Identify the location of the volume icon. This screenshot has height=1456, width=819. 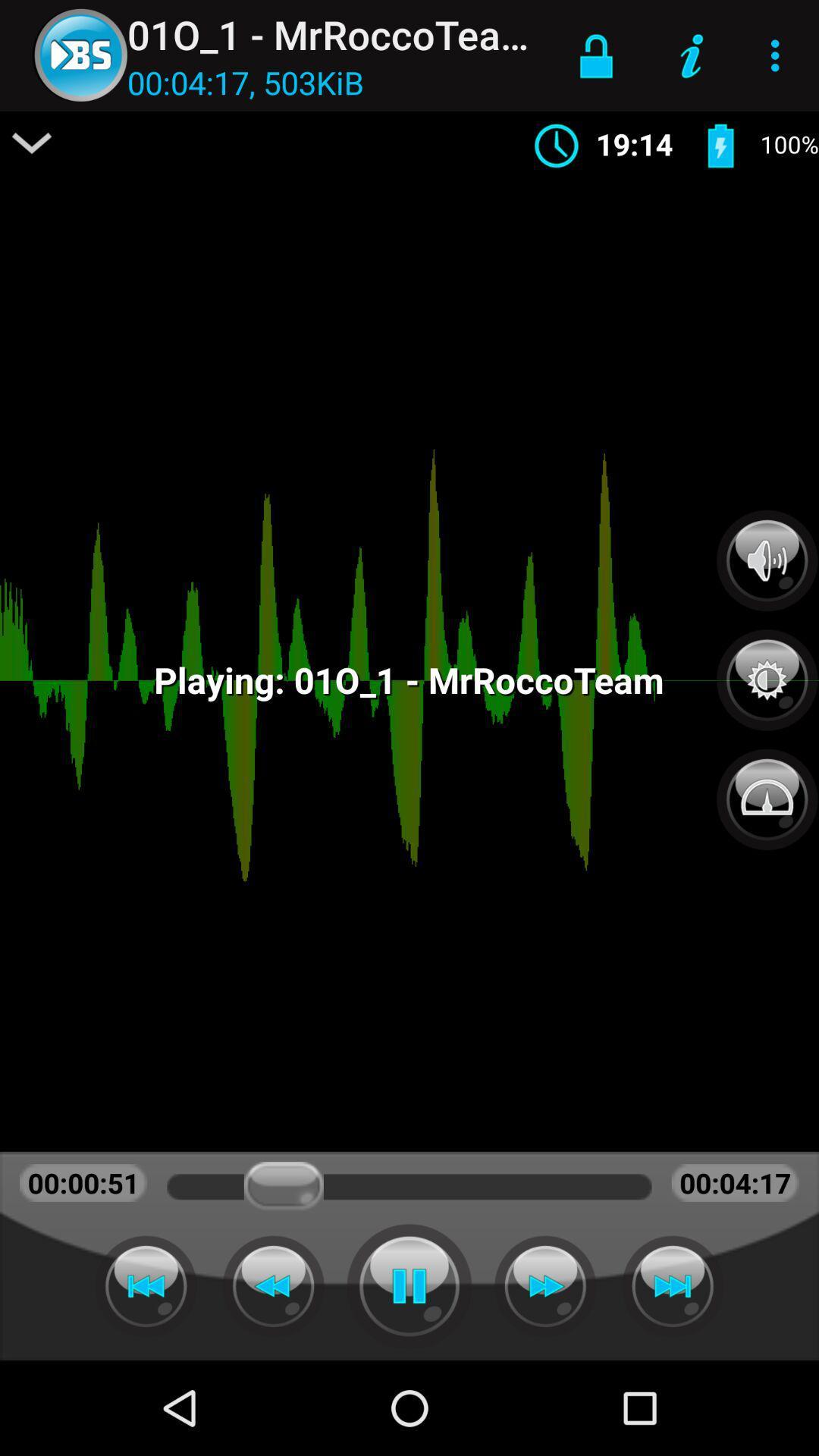
(767, 560).